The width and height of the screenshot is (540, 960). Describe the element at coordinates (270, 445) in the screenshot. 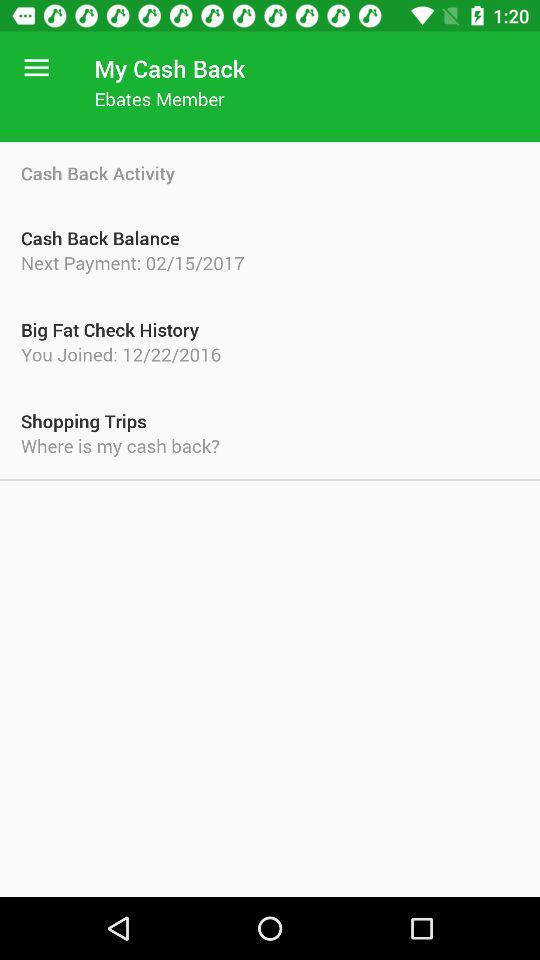

I see `icon below shopping trips` at that location.